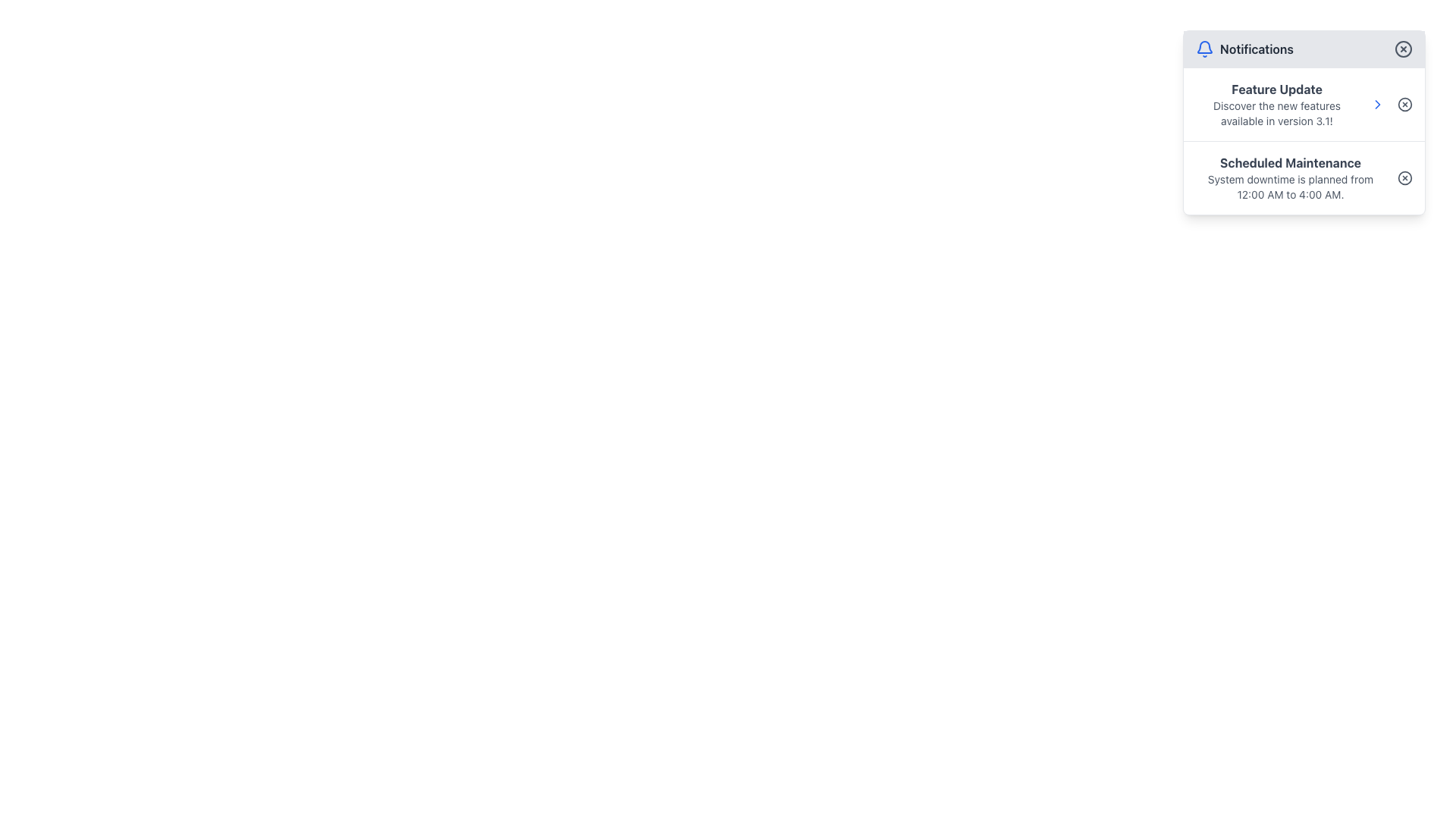 This screenshot has width=1456, height=819. I want to click on the bold, dark gray text label displaying 'Scheduled Maintenance', so click(1290, 163).